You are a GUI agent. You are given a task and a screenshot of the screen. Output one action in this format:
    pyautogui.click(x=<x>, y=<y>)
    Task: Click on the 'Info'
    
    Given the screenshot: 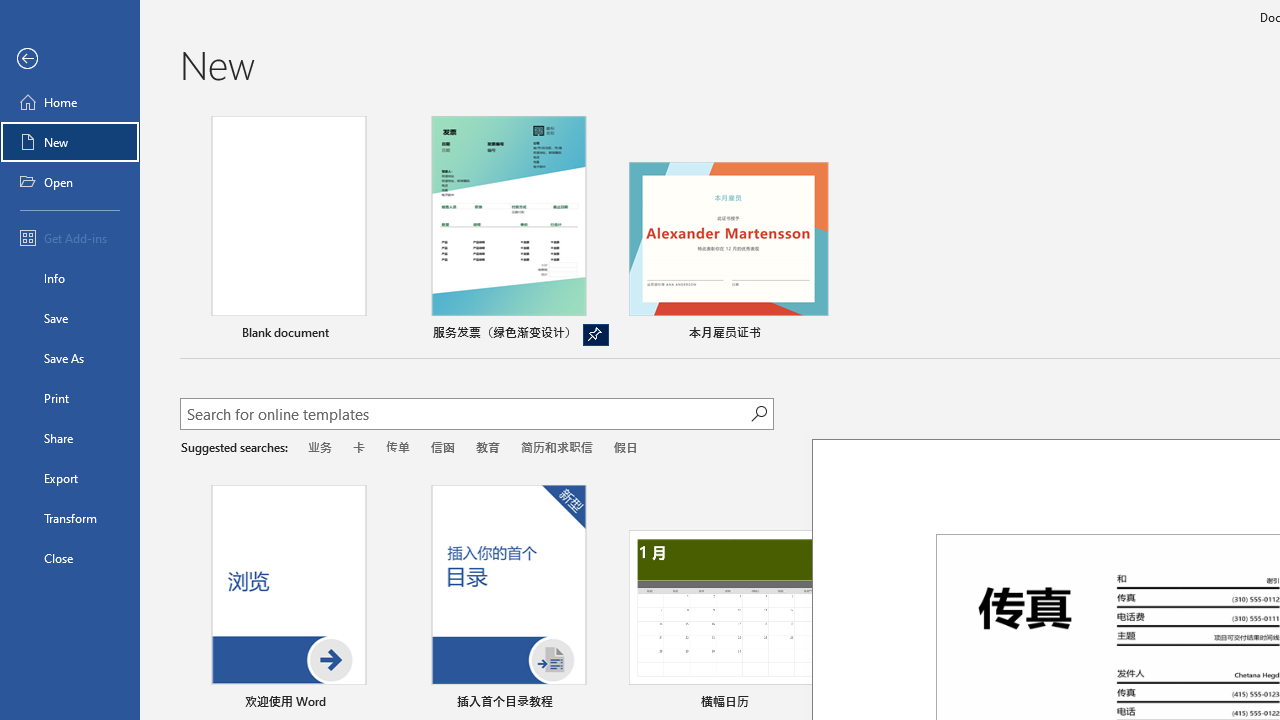 What is the action you would take?
    pyautogui.click(x=69, y=277)
    